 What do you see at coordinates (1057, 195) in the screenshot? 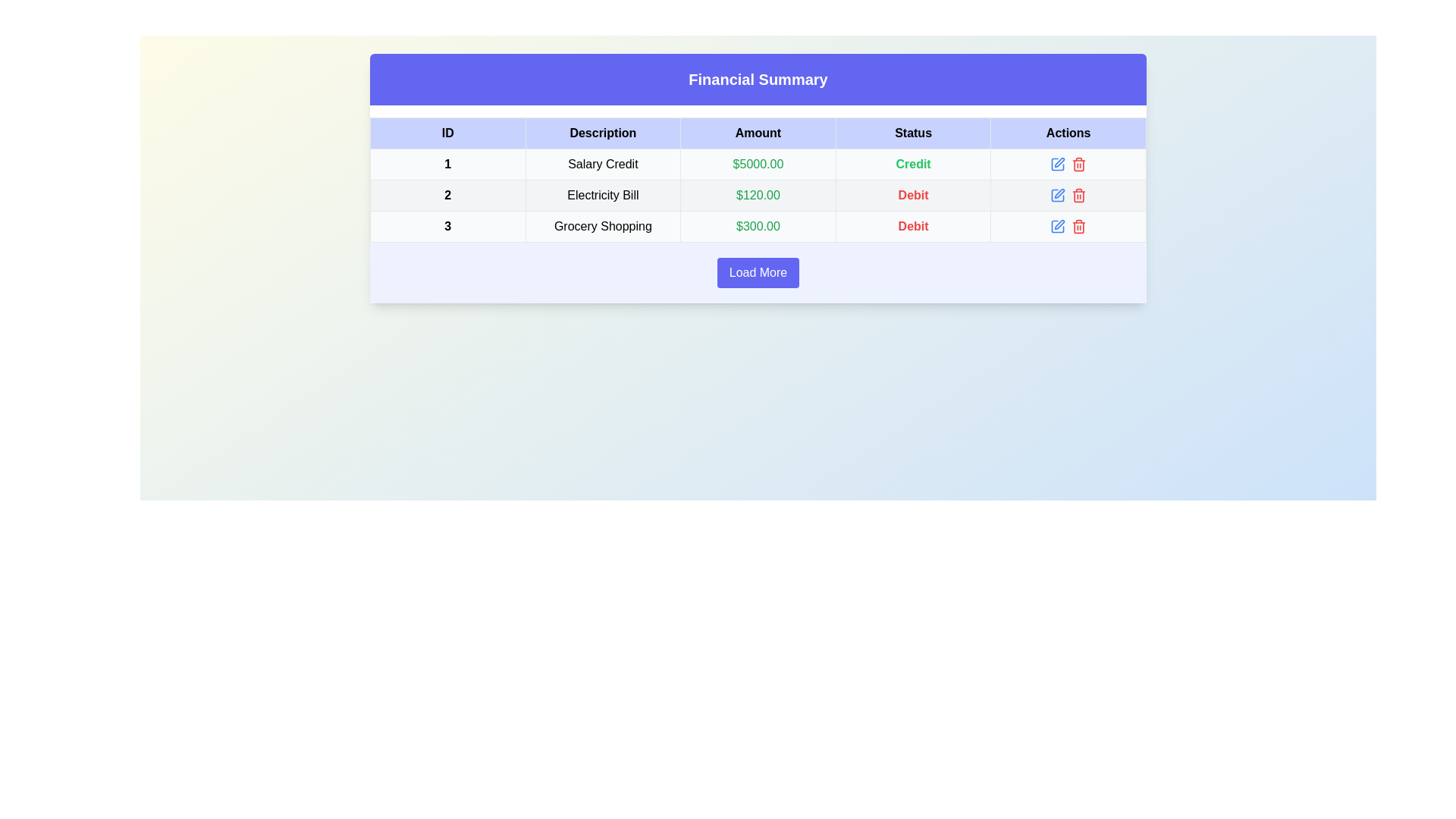
I see `the edit icon in the Actions column of the second row of the table` at bounding box center [1057, 195].